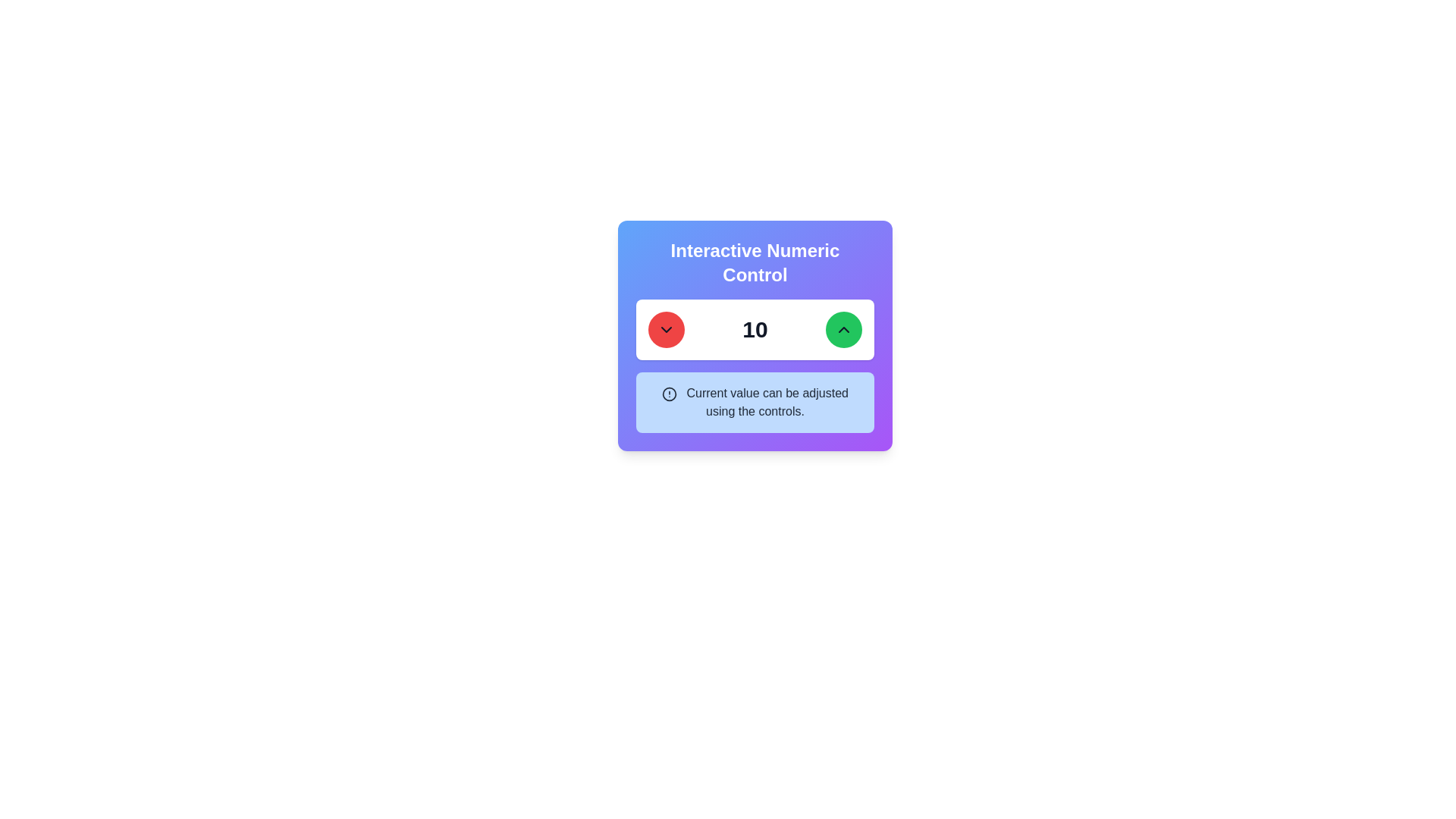  Describe the element at coordinates (843, 329) in the screenshot. I see `the circular green button with a black upward arrow icon to observe the hover effect` at that location.